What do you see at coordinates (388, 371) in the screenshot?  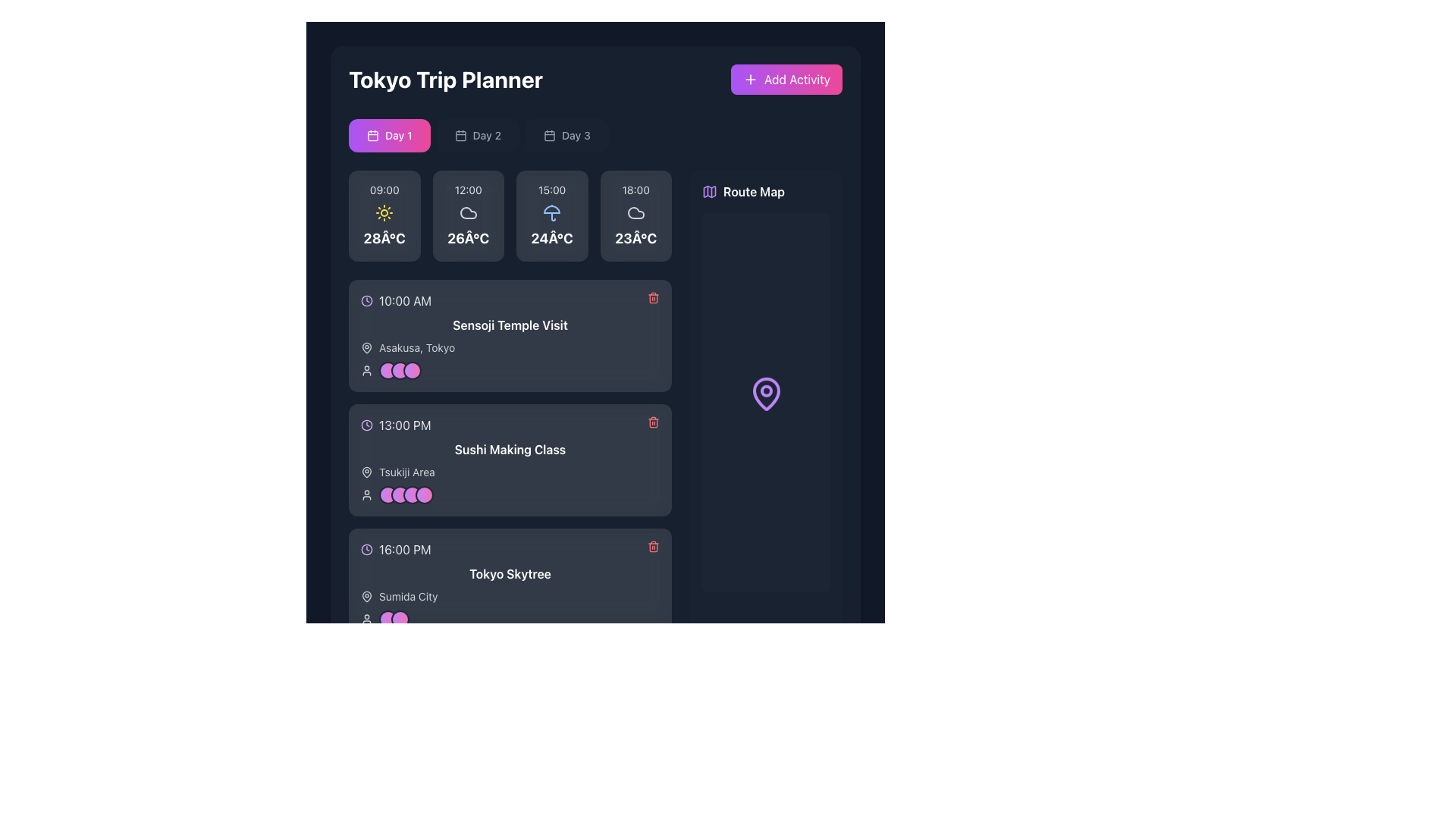 I see `the first circular badge representing the user in the bottom-left section of the '10:00 AM Sensoji Temple Visit' card` at bounding box center [388, 371].